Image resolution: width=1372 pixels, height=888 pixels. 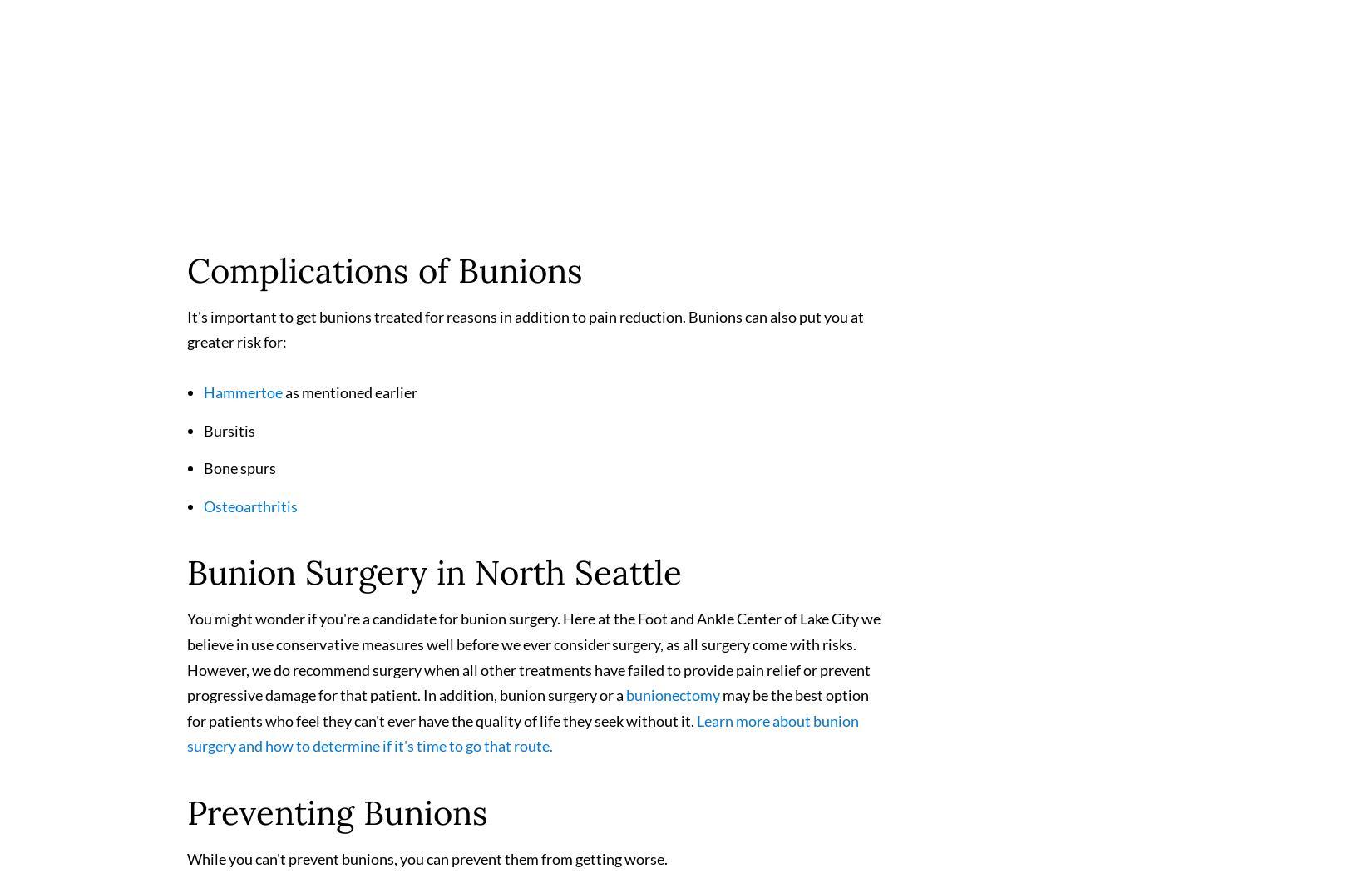 I want to click on 'Bursitis', so click(x=204, y=437).